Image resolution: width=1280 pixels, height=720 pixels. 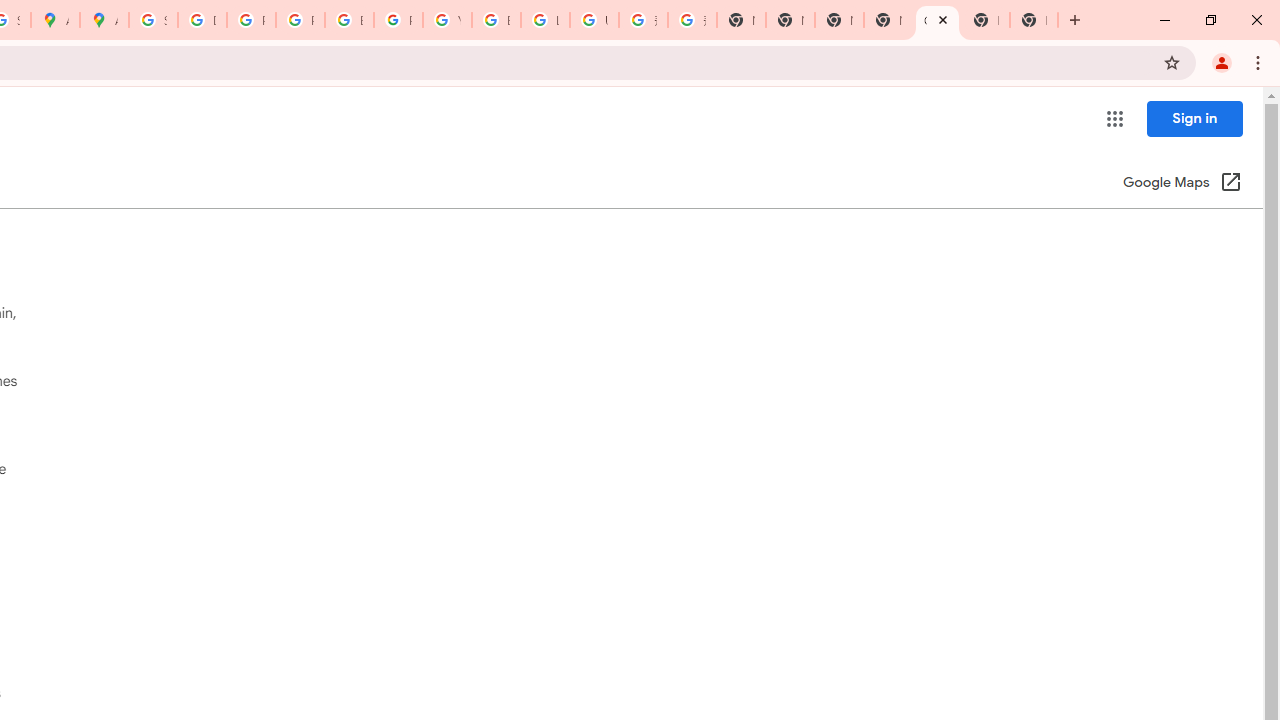 What do you see at coordinates (1182, 183) in the screenshot?
I see `'Google Maps (Open in a new window)'` at bounding box center [1182, 183].